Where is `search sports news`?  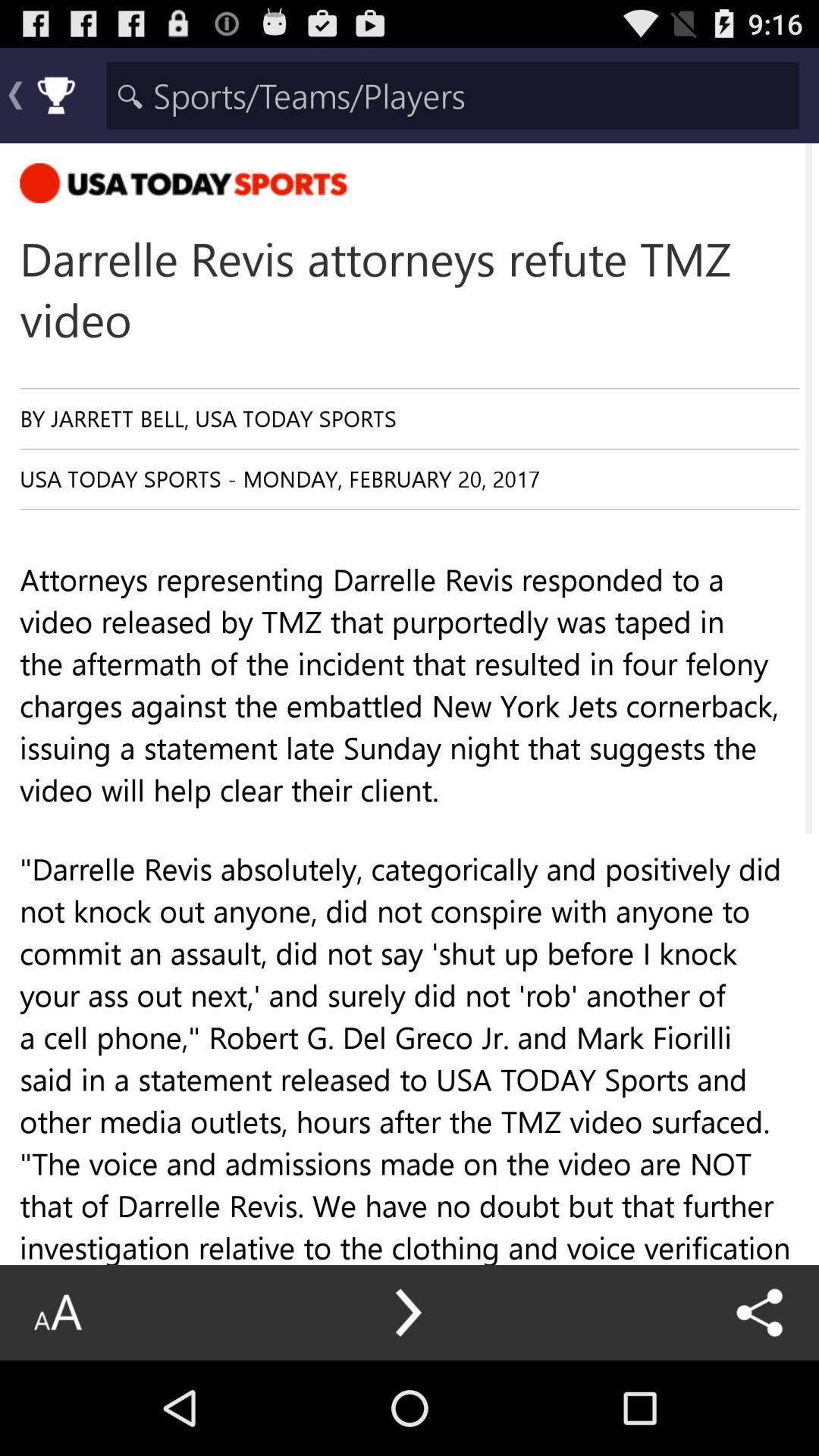
search sports news is located at coordinates (452, 94).